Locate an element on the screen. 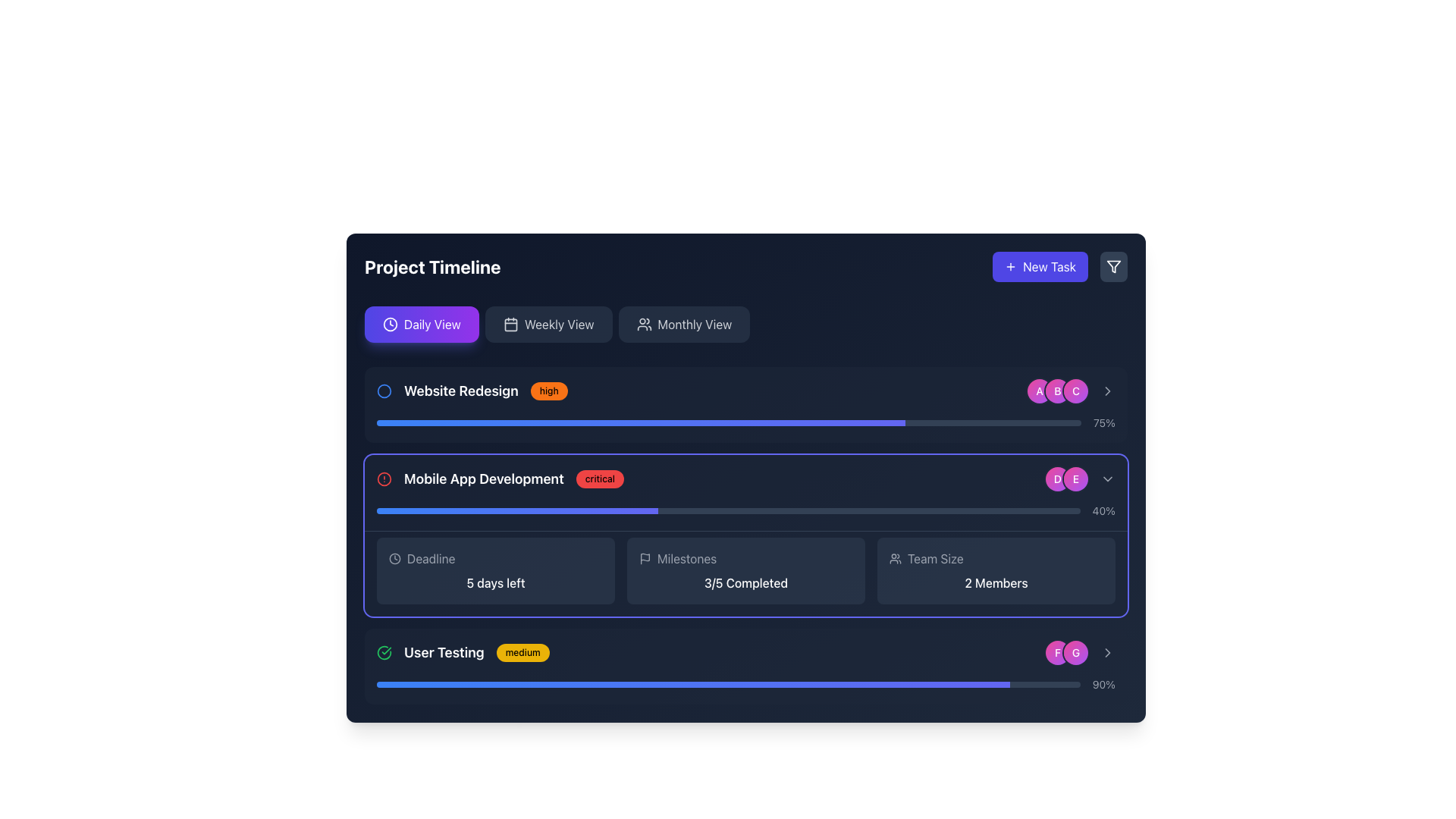  the clock indicator icon located to the left of the 'Daily View' text is located at coordinates (390, 324).